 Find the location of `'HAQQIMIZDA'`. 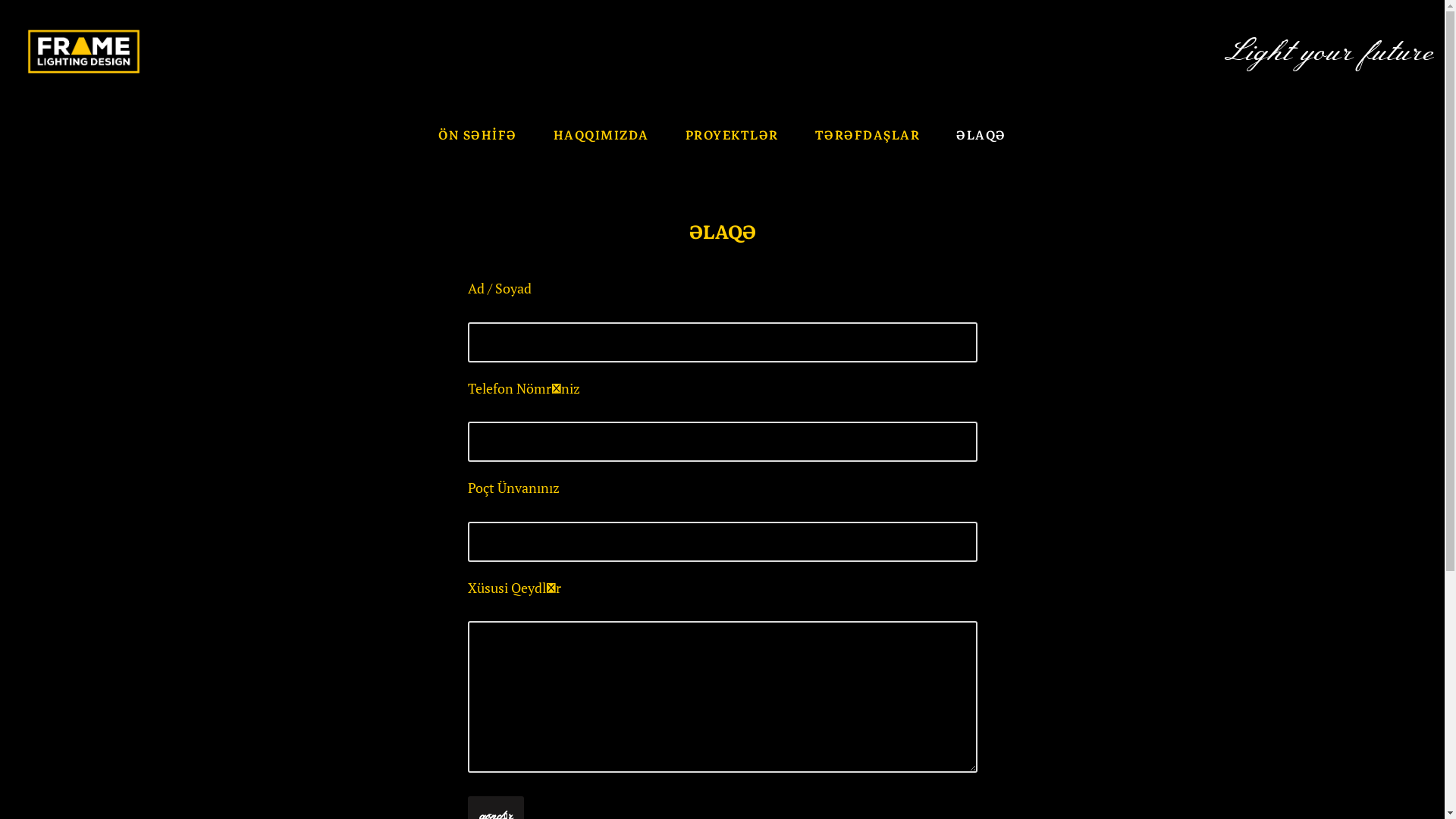

'HAQQIMIZDA' is located at coordinates (600, 133).